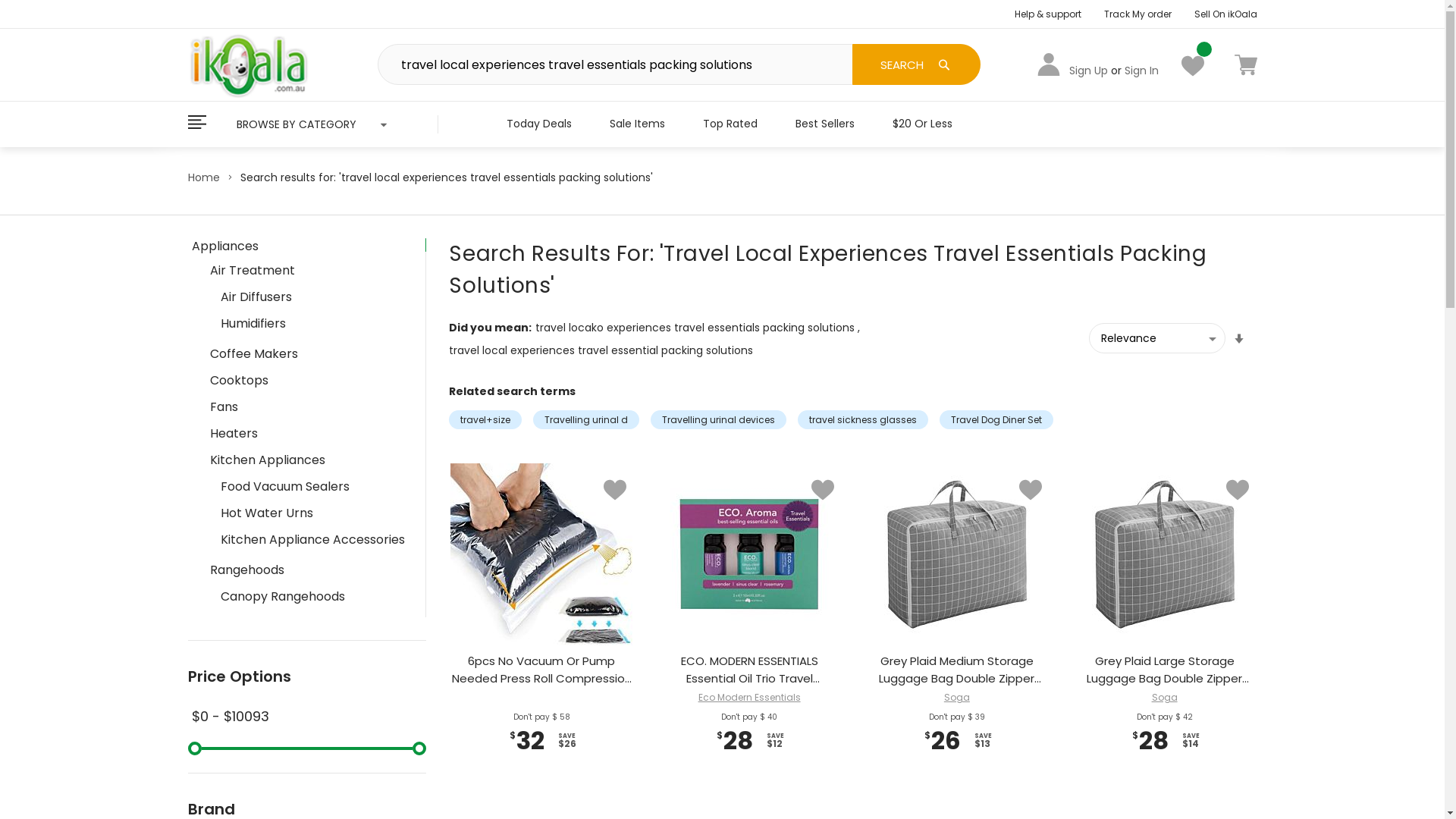 Image resolution: width=1456 pixels, height=819 pixels. Describe the element at coordinates (1047, 14) in the screenshot. I see `'Help & support'` at that location.